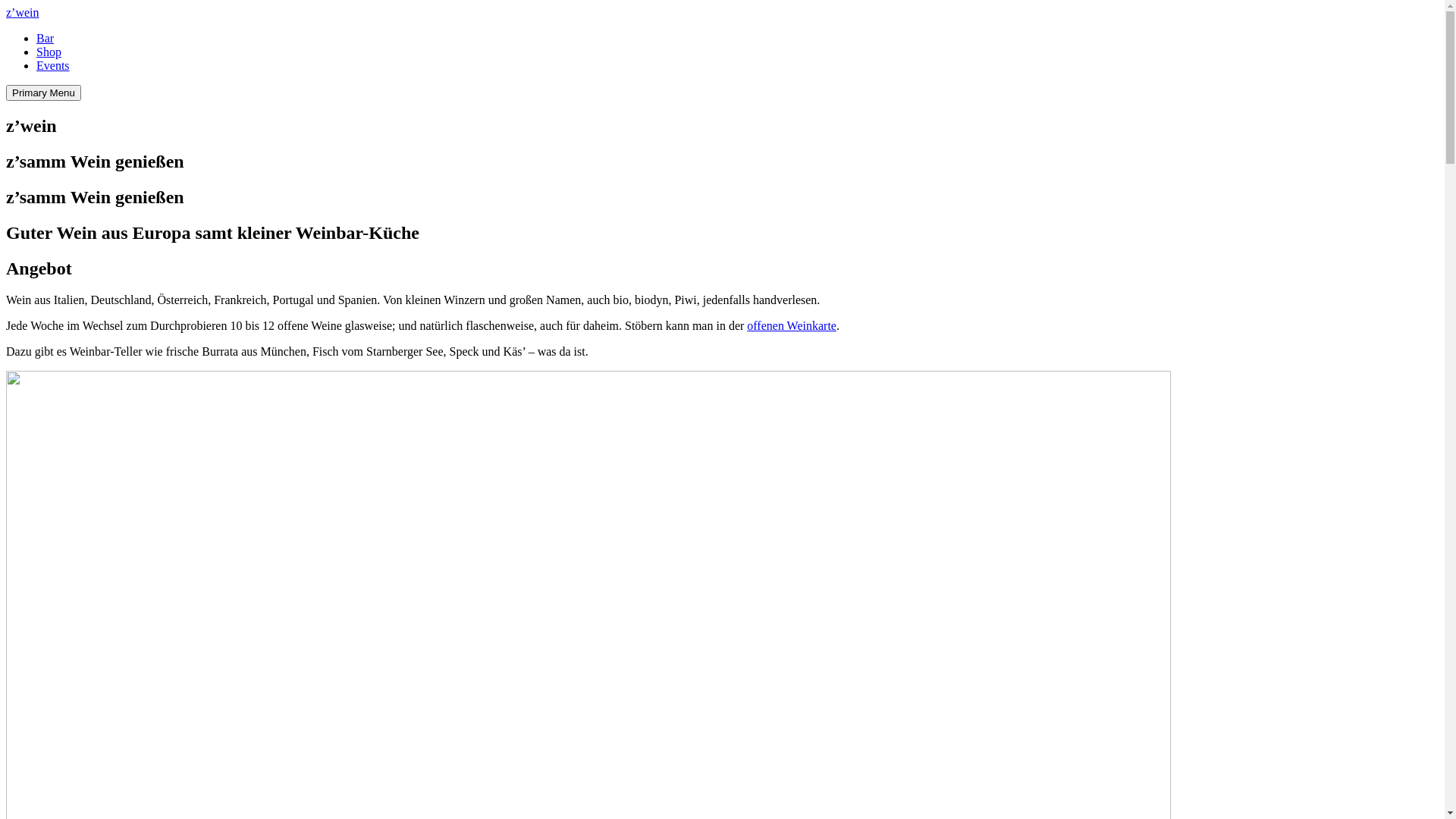 The width and height of the screenshot is (1456, 819). What do you see at coordinates (43, 93) in the screenshot?
I see `'Primary Menu'` at bounding box center [43, 93].